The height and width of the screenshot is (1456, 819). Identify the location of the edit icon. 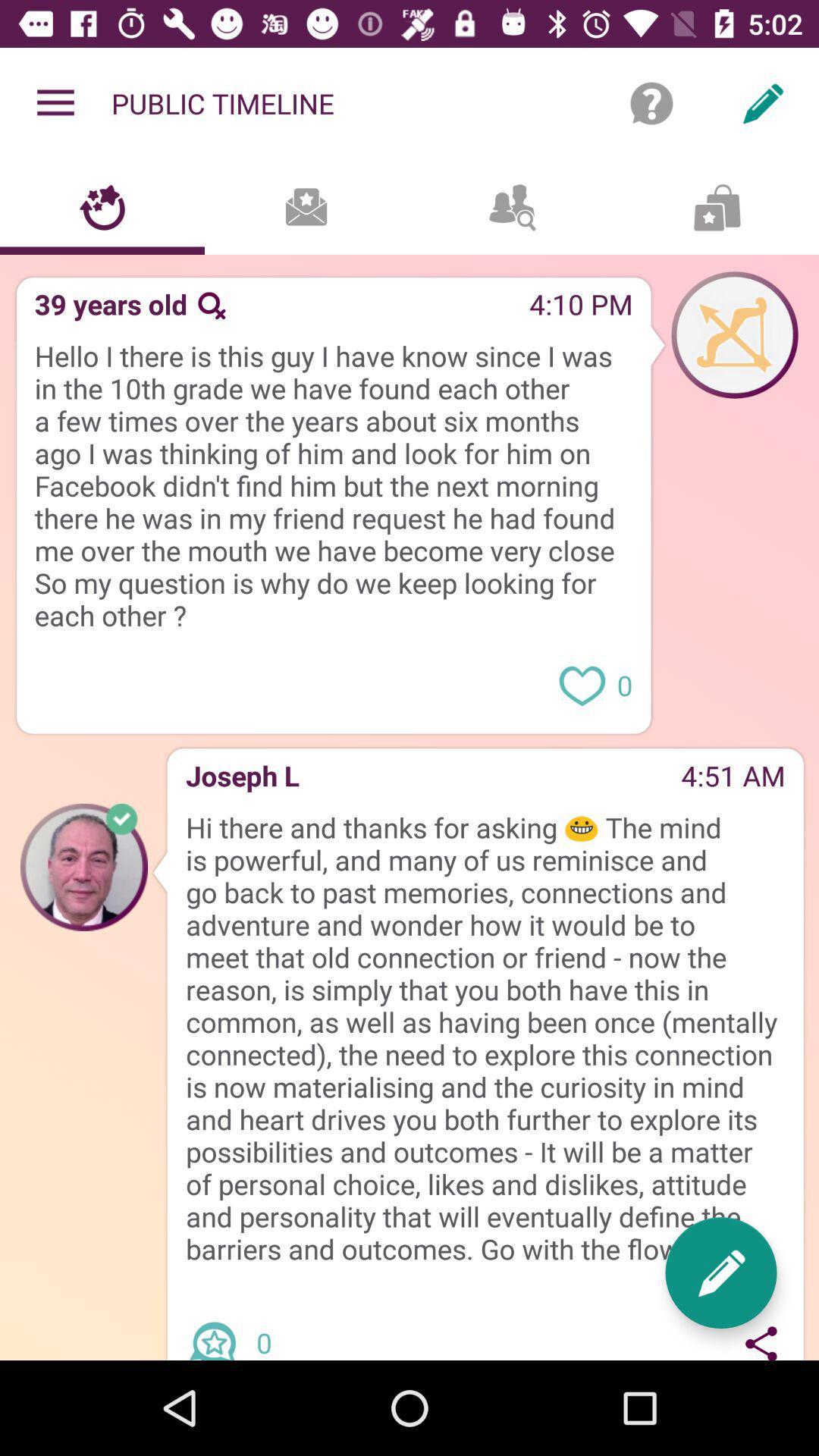
(720, 1272).